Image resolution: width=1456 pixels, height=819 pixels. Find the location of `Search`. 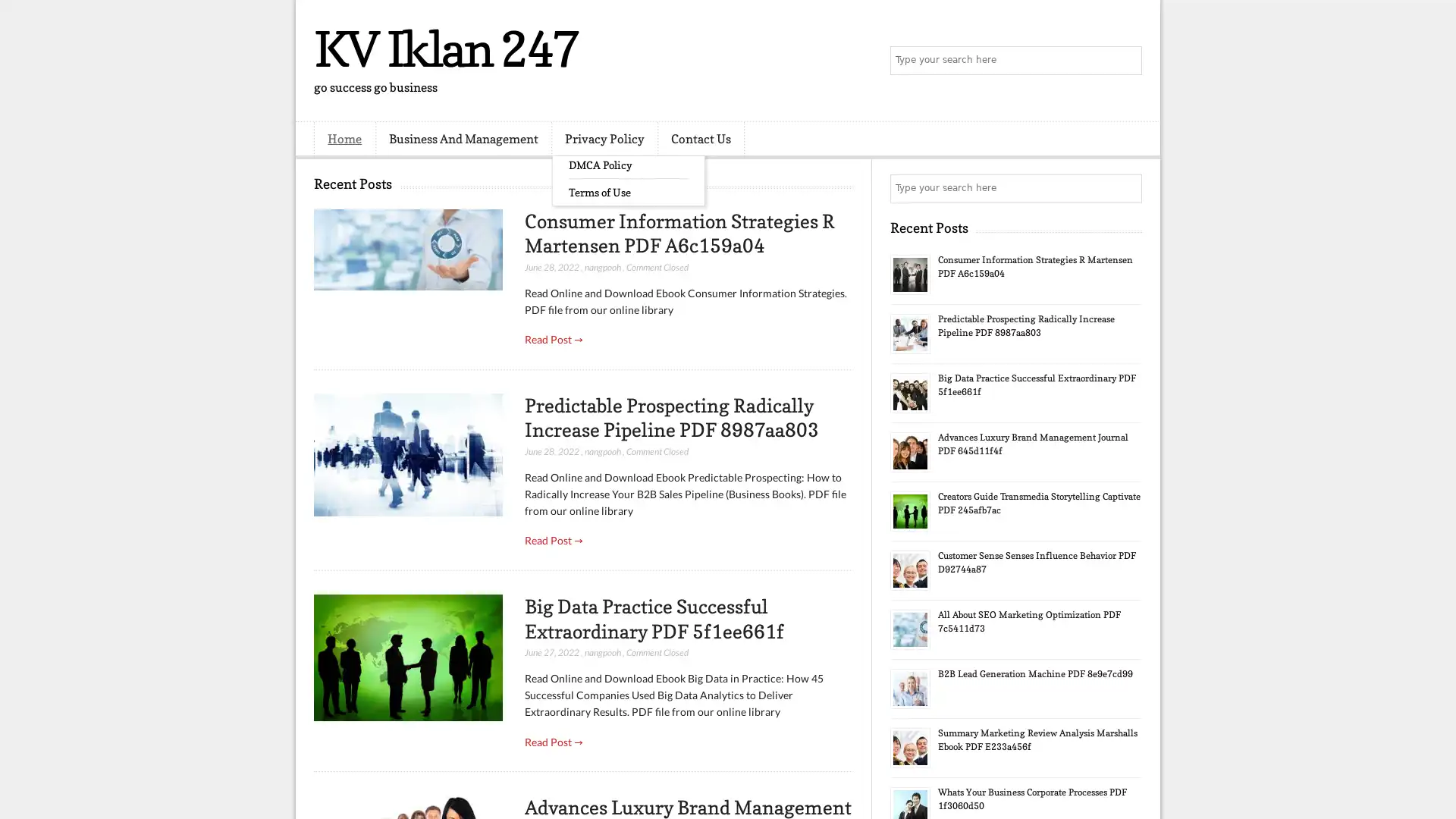

Search is located at coordinates (1126, 61).